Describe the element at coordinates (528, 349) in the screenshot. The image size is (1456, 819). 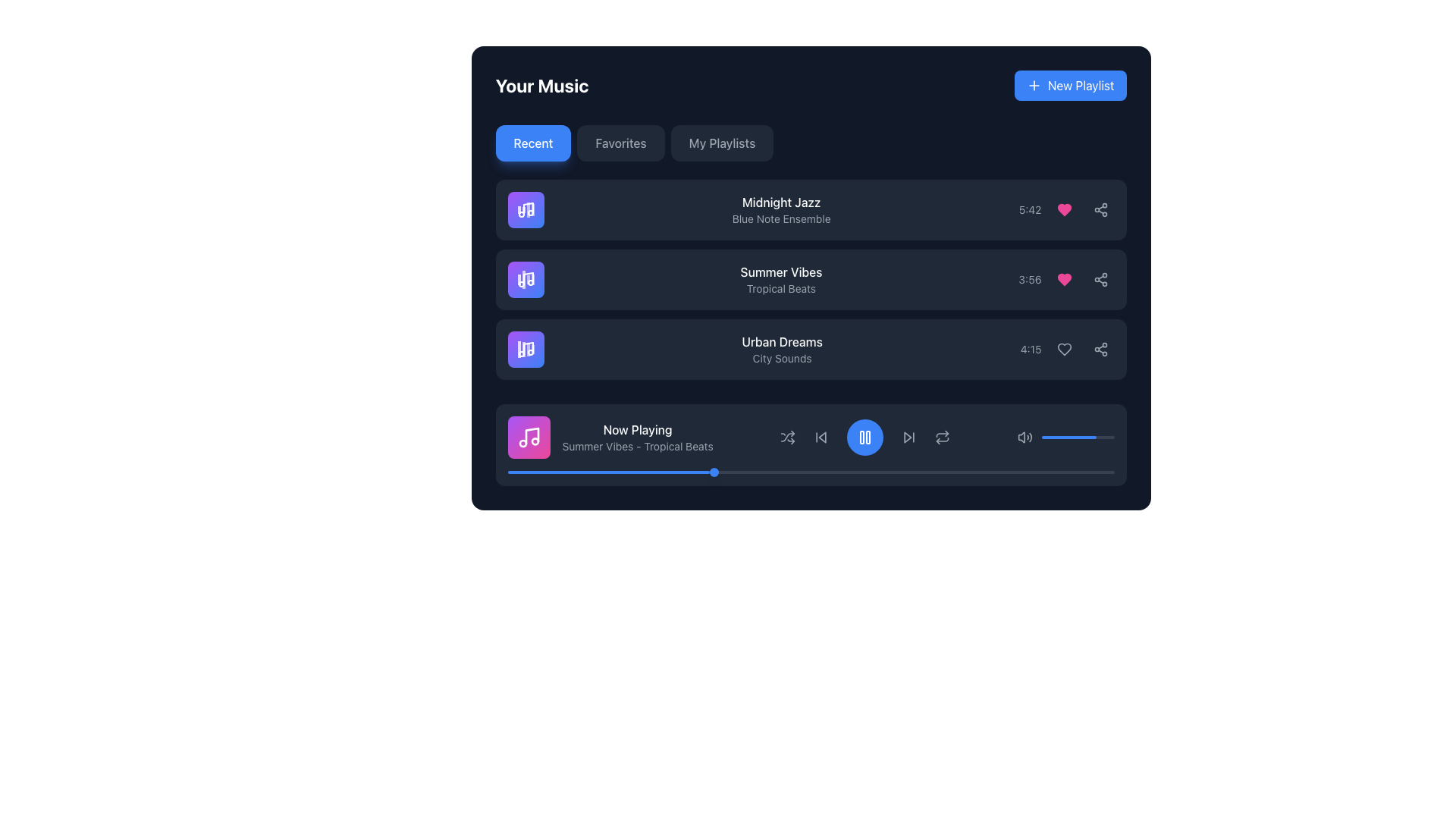
I see `the third vertical rectangle in a sequence of four similar rectangles, which serves as a decorative or dynamic visual indicator` at that location.